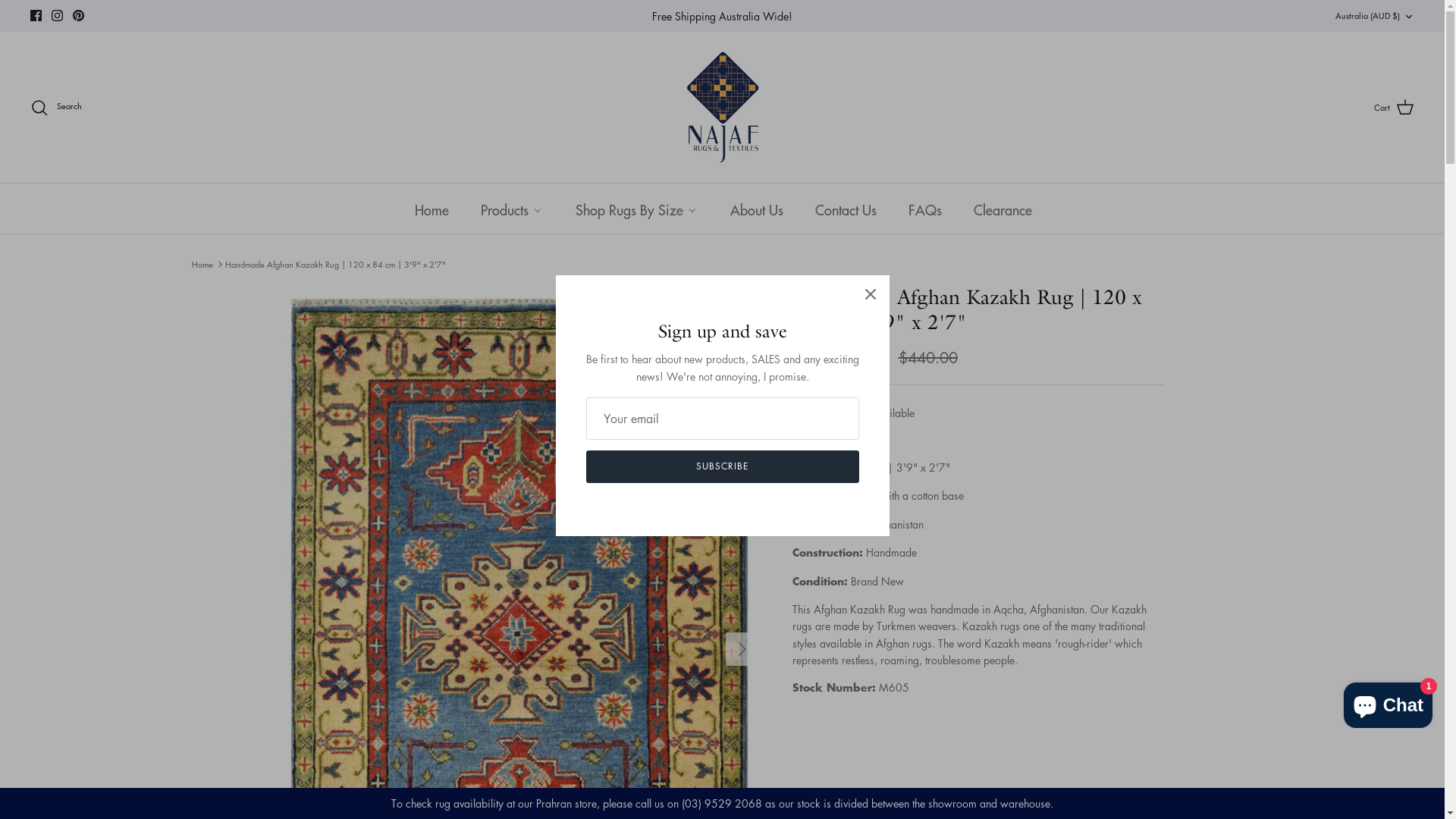 Image resolution: width=1456 pixels, height=819 pixels. What do you see at coordinates (1375, 15) in the screenshot?
I see `'Australia (AUD $)` at bounding box center [1375, 15].